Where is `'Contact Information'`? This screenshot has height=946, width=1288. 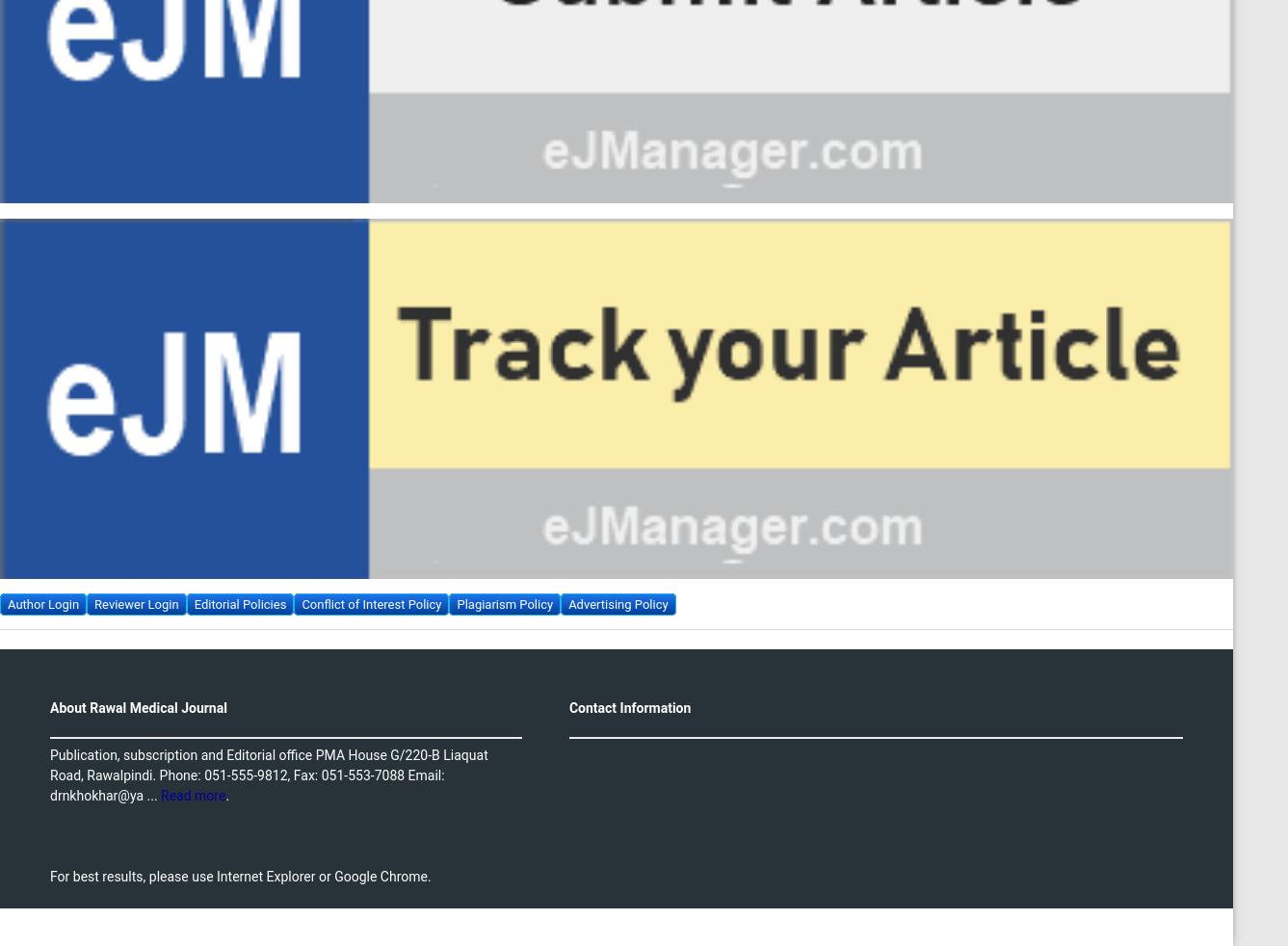
'Contact Information' is located at coordinates (629, 707).